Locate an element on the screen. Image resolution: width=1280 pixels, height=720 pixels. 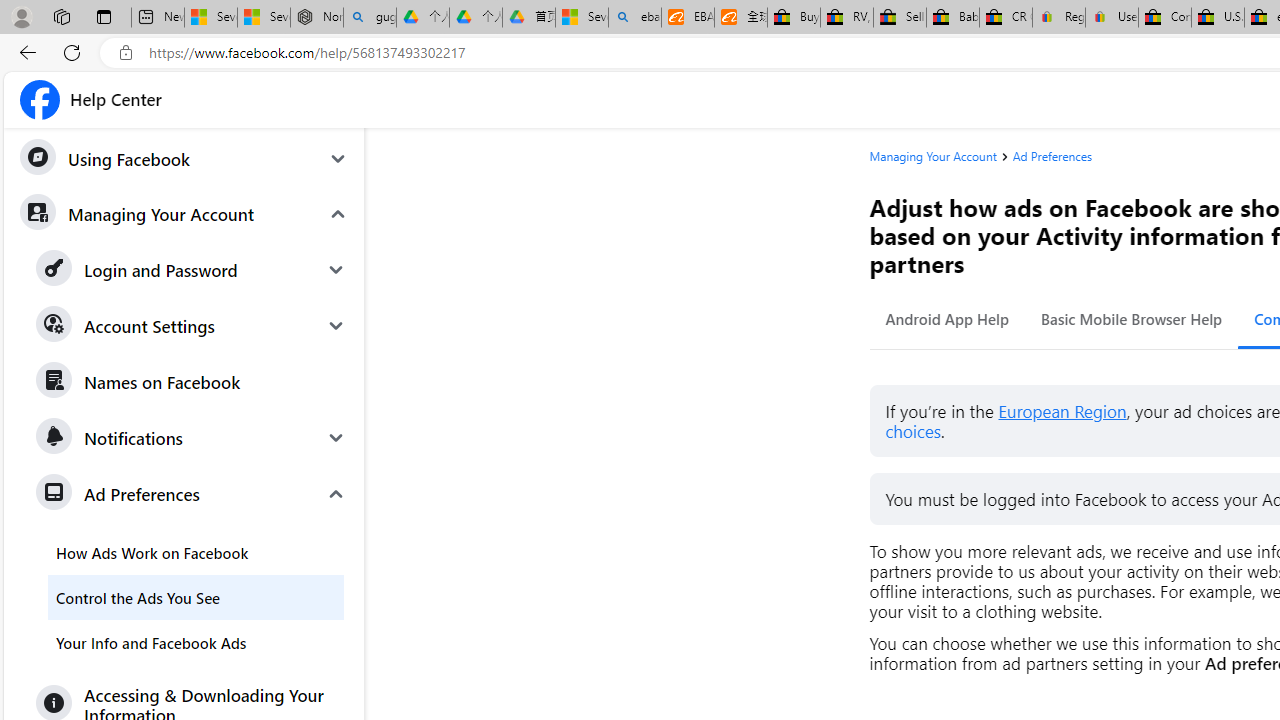
'Account Settings Expand' is located at coordinates (192, 325).